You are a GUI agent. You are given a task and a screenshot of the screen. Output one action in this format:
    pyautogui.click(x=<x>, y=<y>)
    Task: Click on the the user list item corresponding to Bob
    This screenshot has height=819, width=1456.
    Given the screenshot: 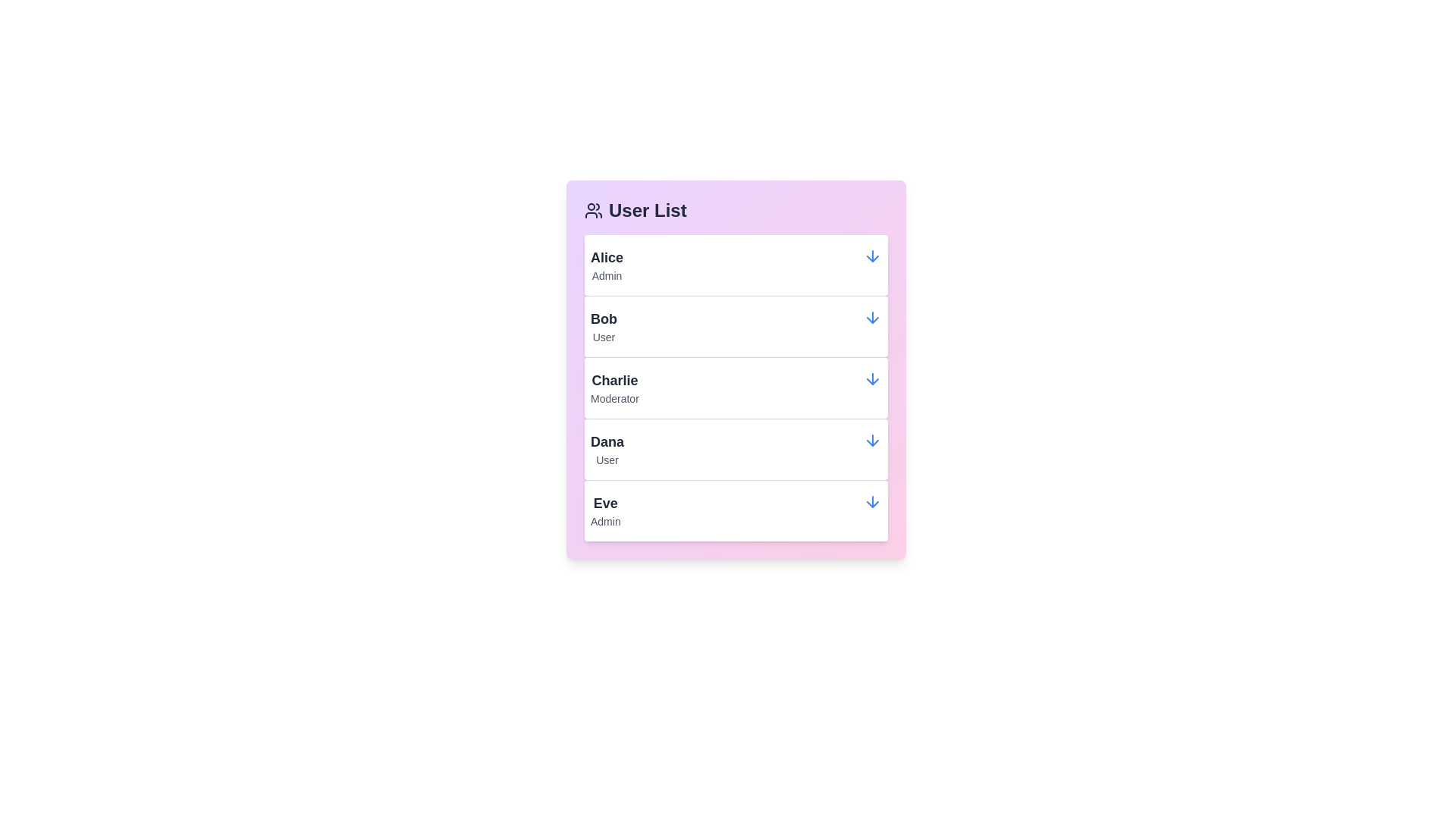 What is the action you would take?
    pyautogui.click(x=736, y=325)
    